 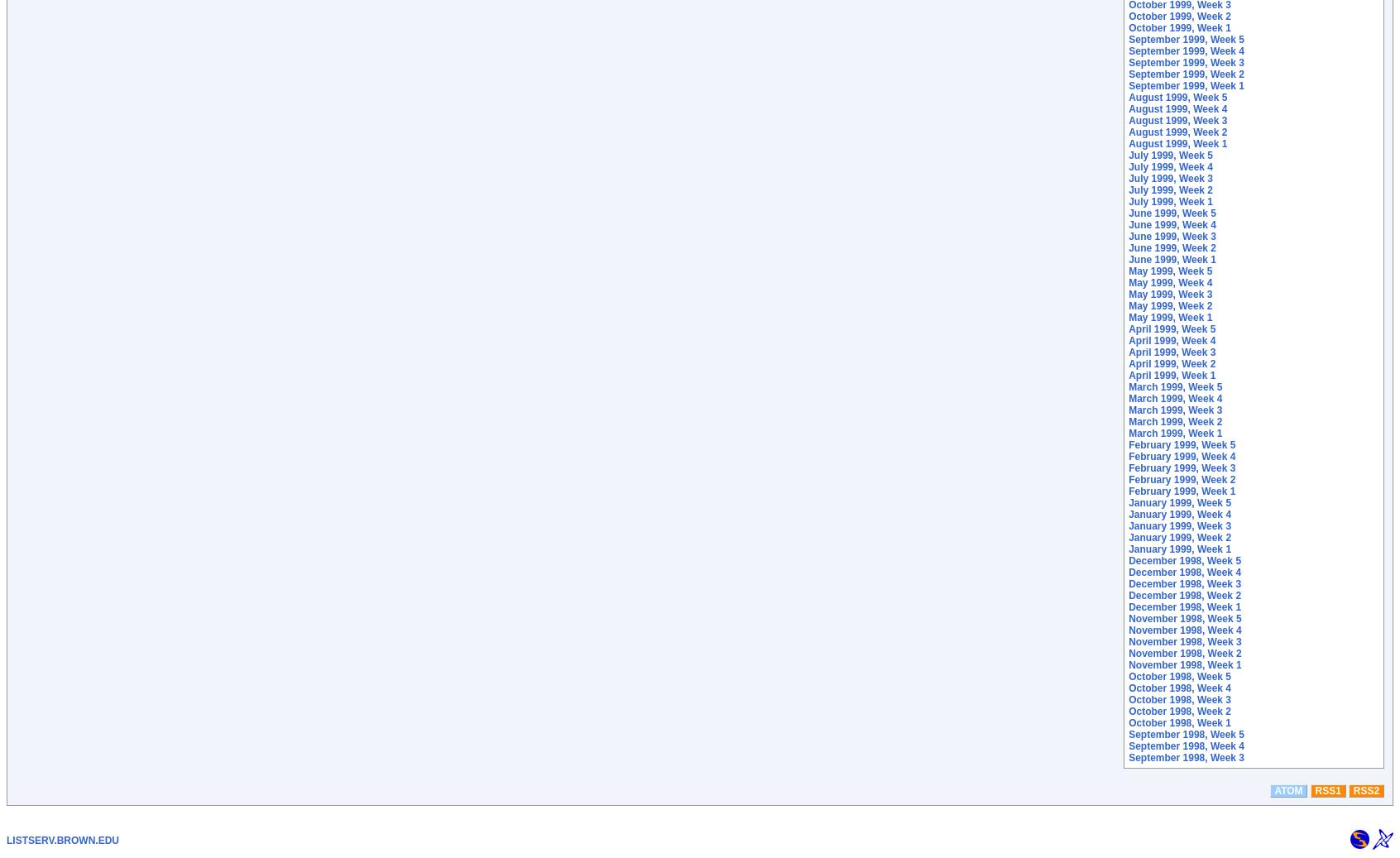 I want to click on 'November 1998, Week 1', so click(x=1128, y=664).